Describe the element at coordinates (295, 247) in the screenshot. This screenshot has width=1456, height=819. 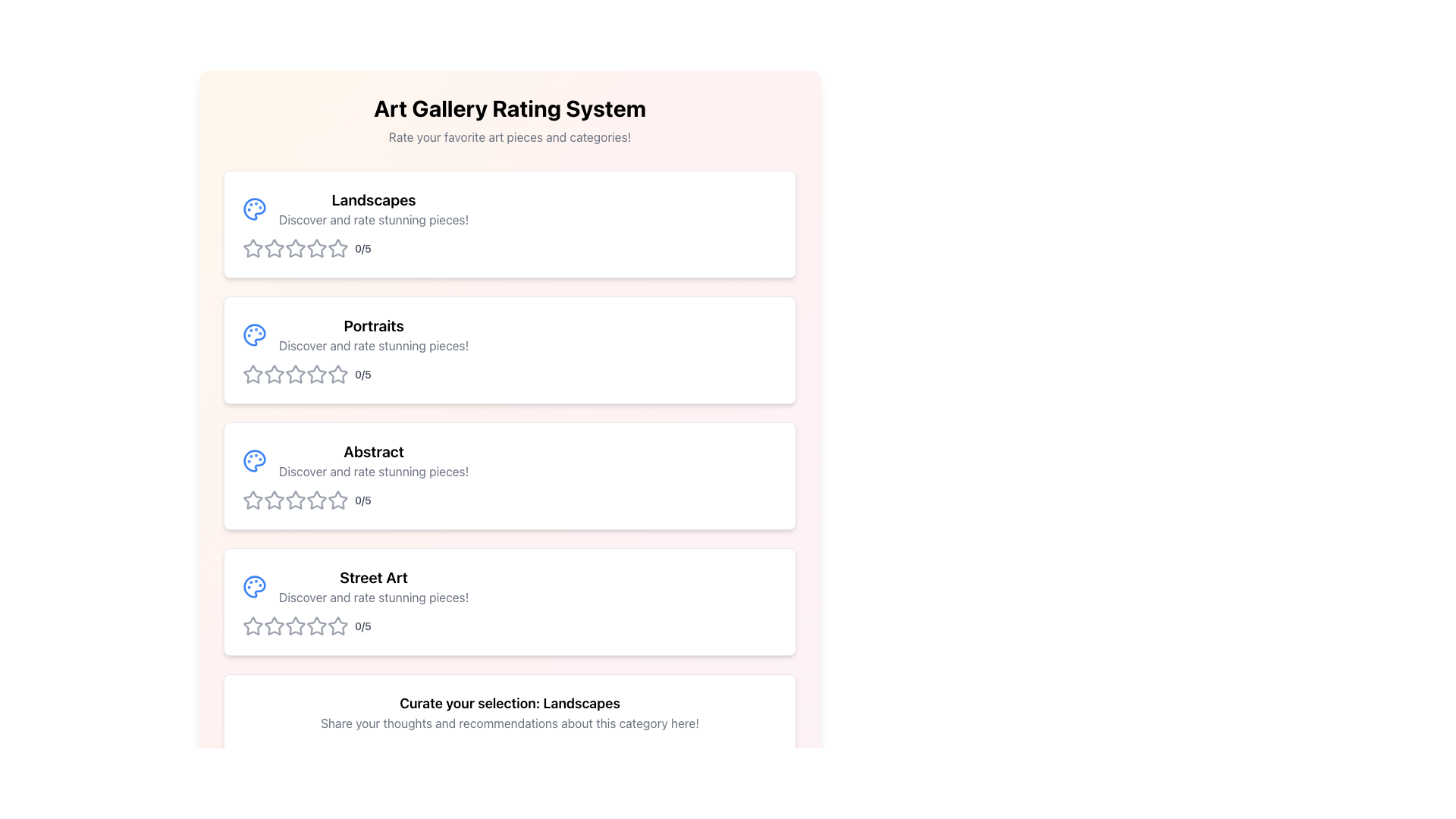
I see `the fourth star icon in the Landscapes rating section to indicate a specific rating level` at that location.